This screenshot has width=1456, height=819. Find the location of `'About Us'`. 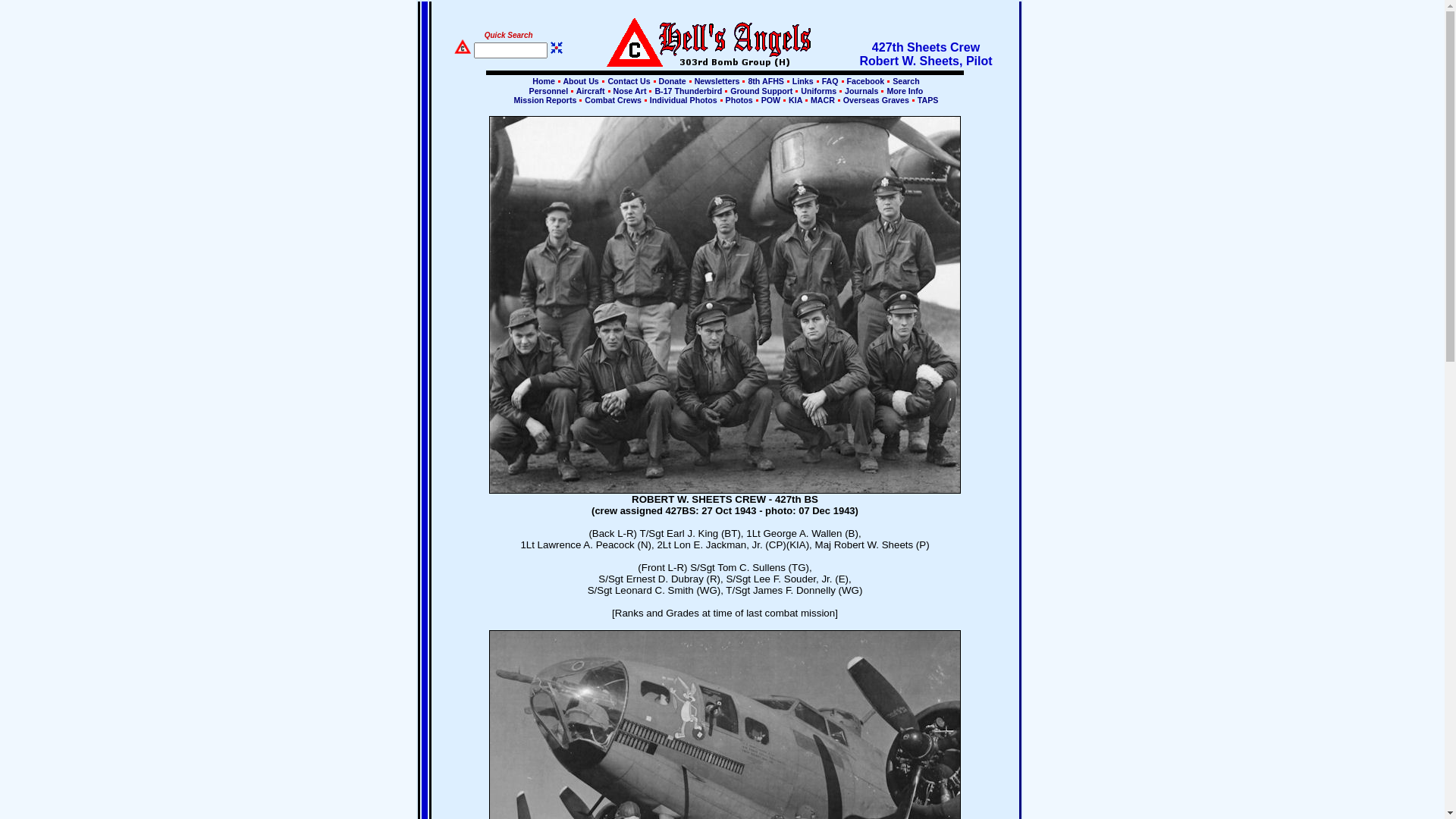

'About Us' is located at coordinates (579, 81).